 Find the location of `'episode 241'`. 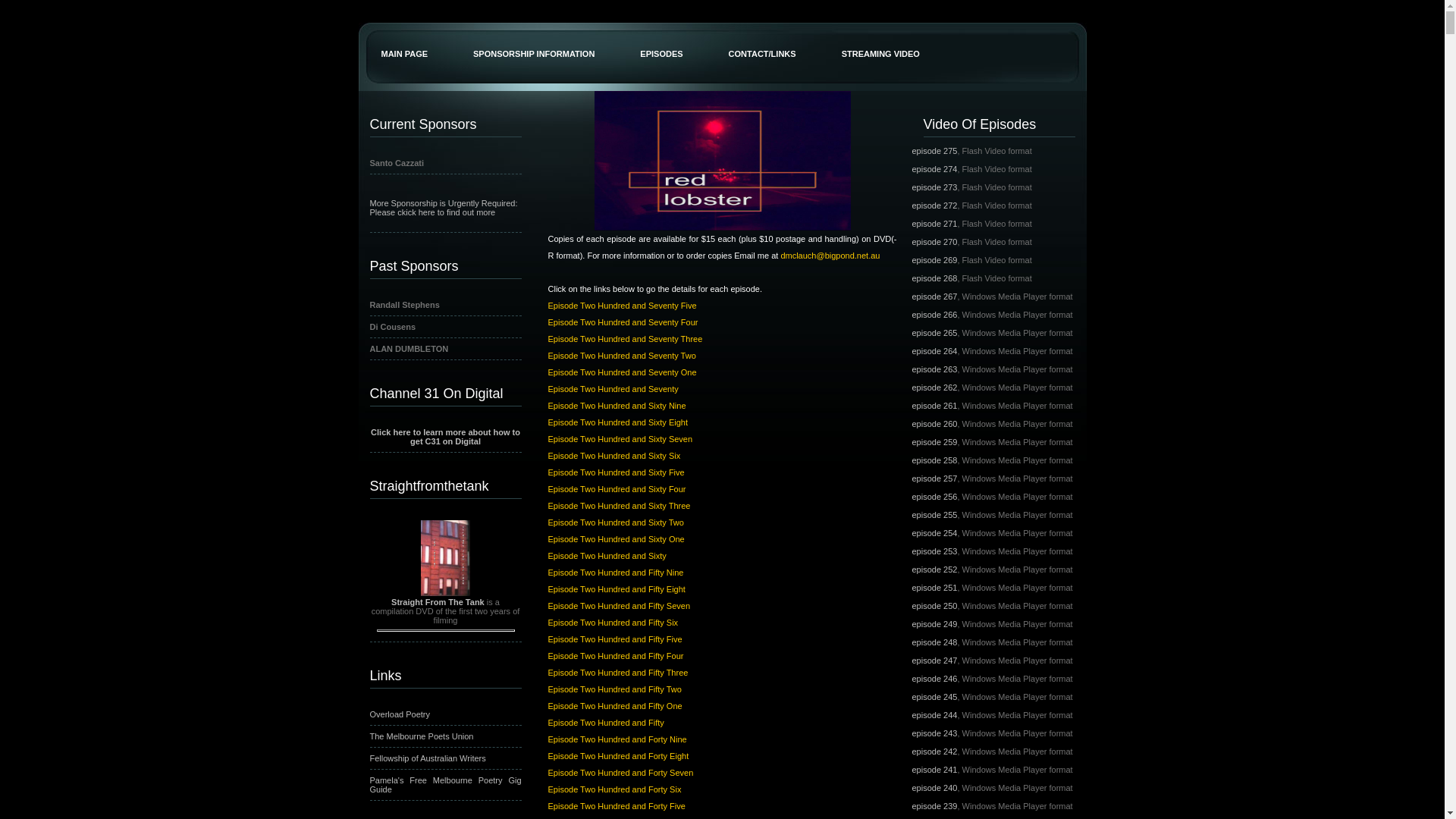

'episode 241' is located at coordinates (910, 769).